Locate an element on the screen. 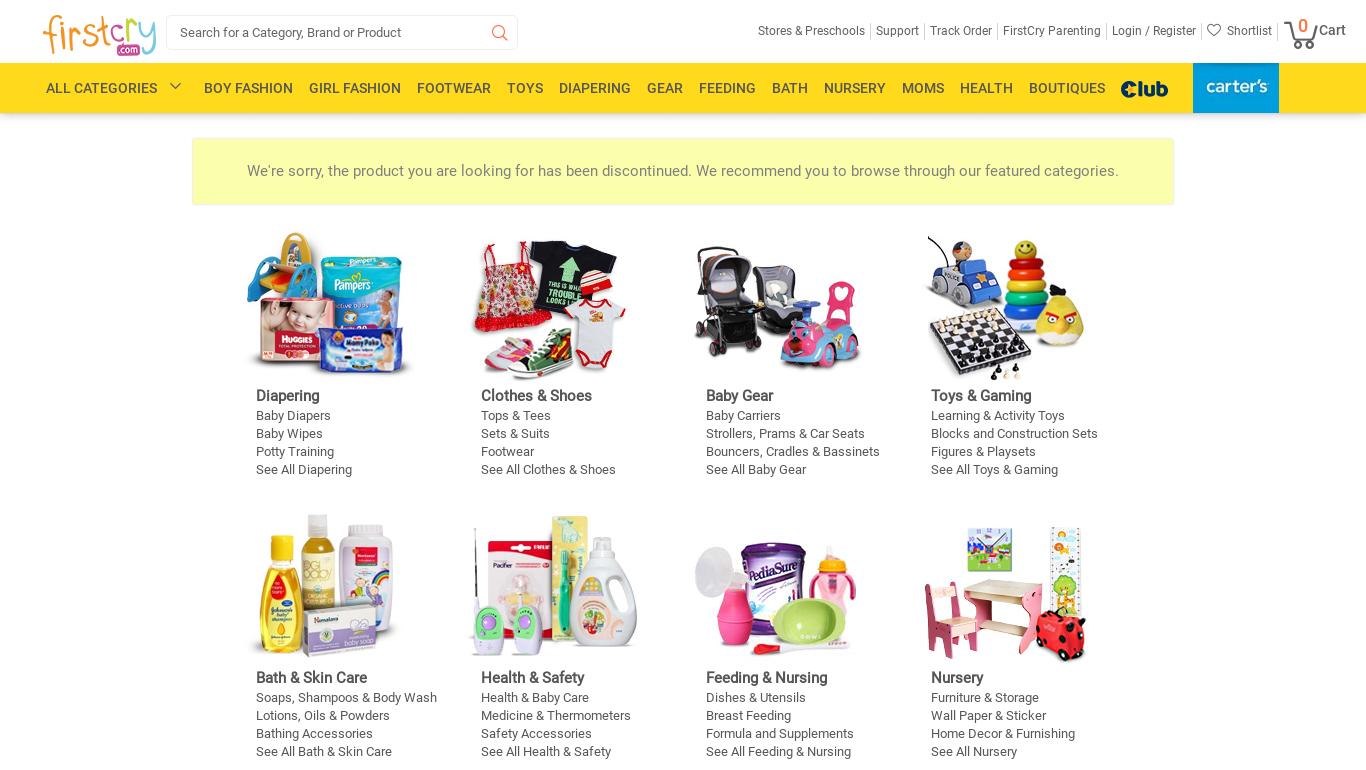 This screenshot has width=1366, height=770. 'Footwear' is located at coordinates (453, 87).